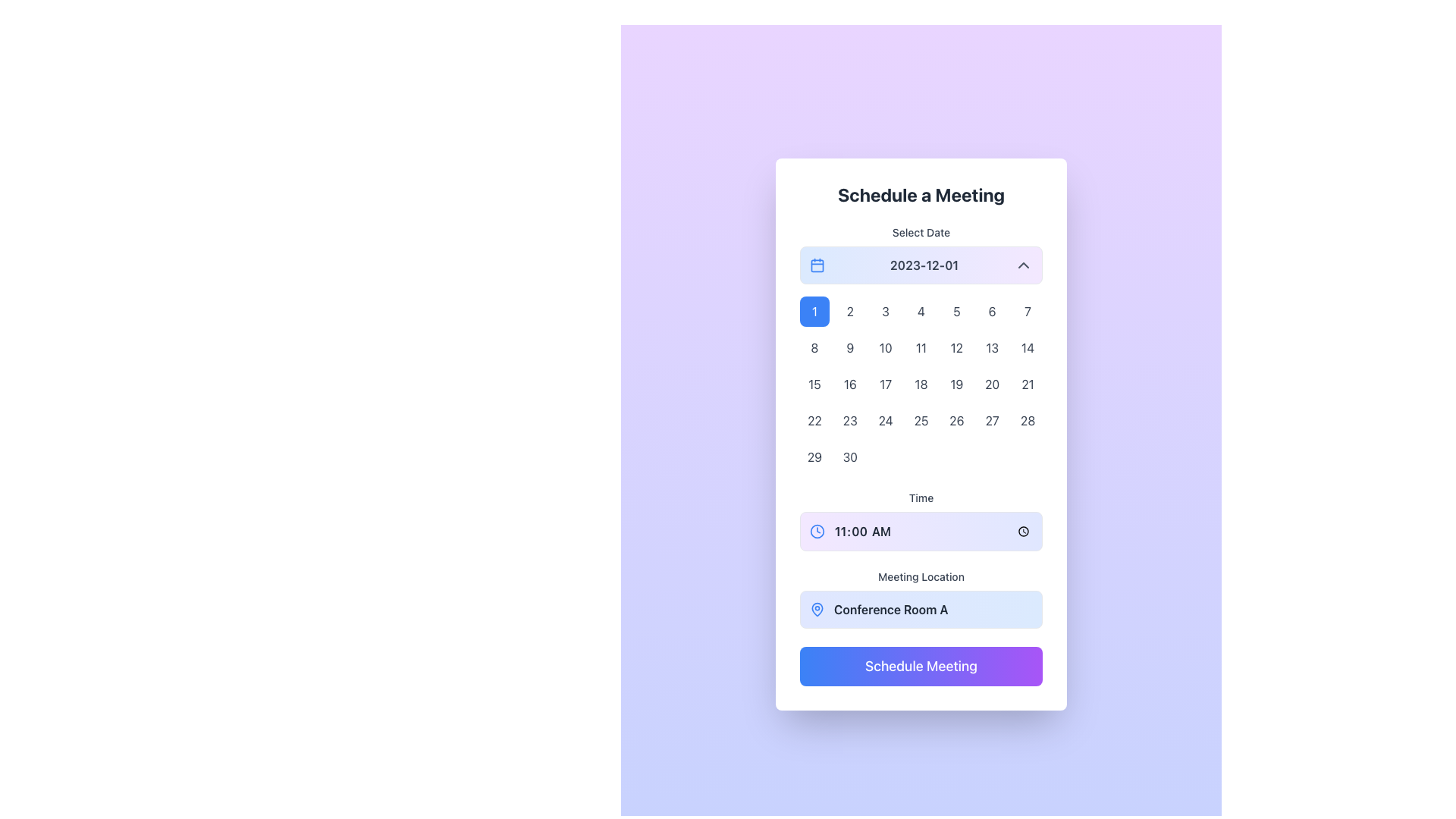 The image size is (1456, 819). I want to click on the date selector dropdown button located under the 'Select Date' header, so click(920, 265).